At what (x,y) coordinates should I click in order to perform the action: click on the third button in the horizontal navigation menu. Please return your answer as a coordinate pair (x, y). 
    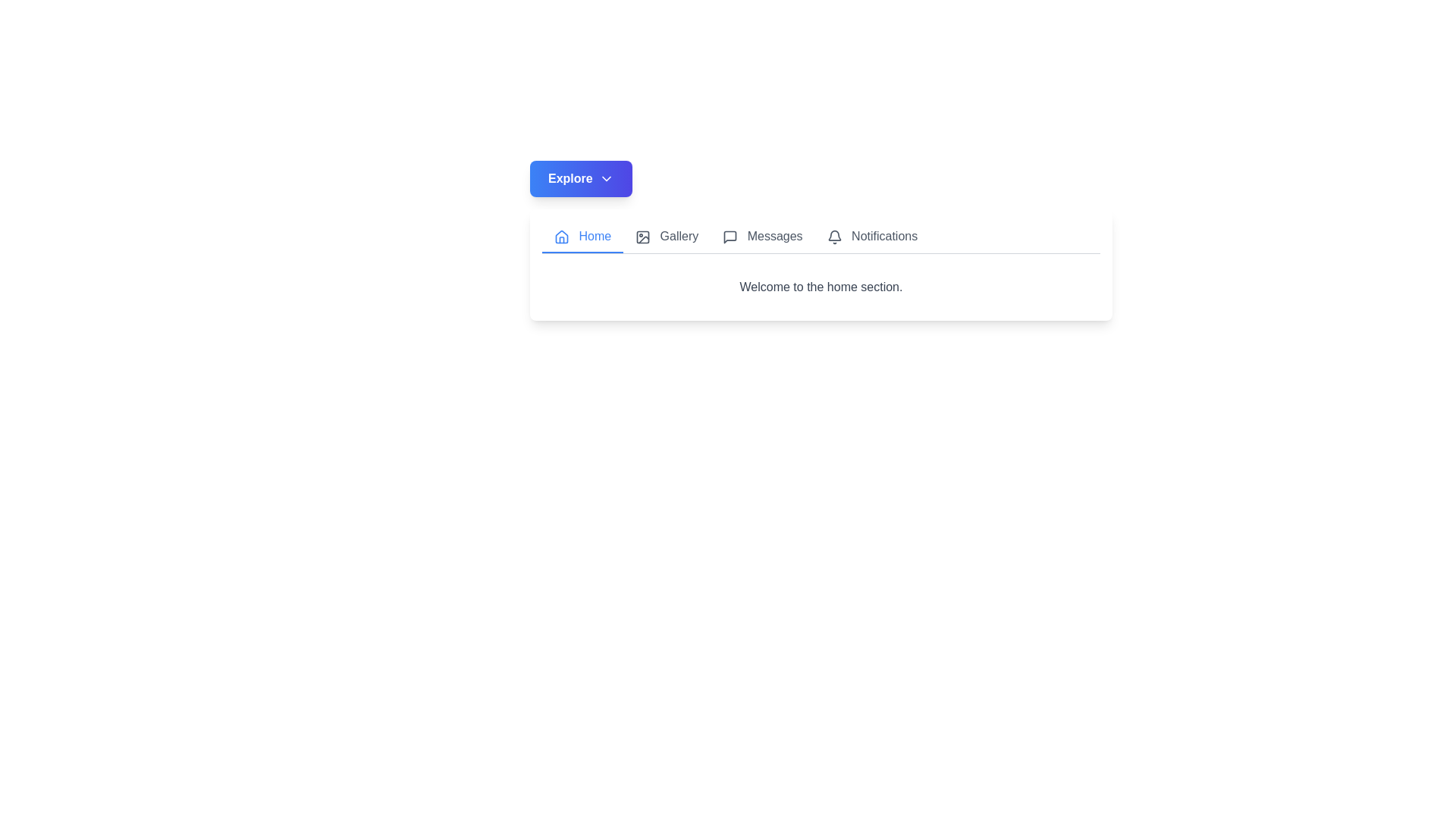
    Looking at the image, I should click on (762, 237).